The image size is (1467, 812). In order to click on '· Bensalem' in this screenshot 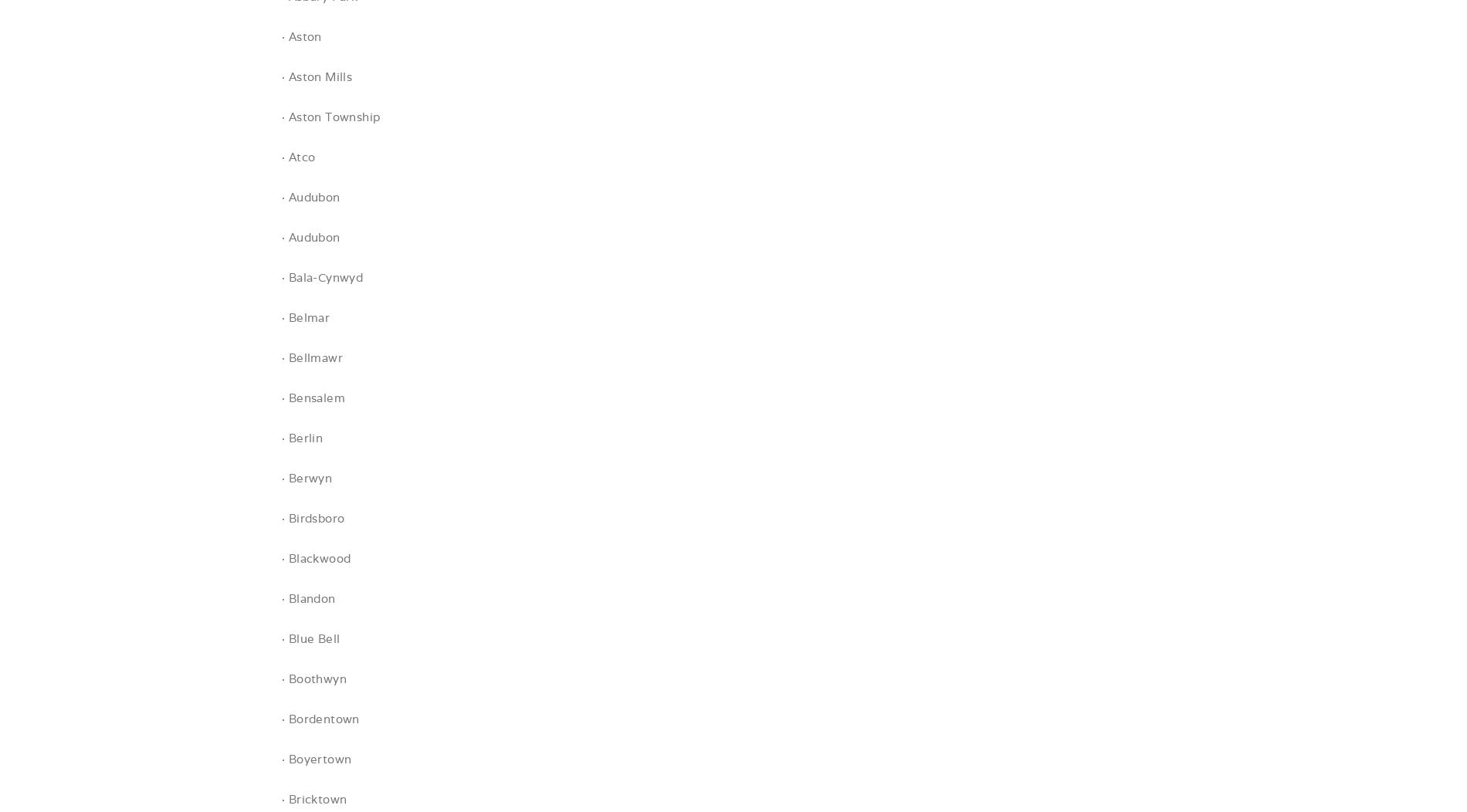, I will do `click(280, 397)`.